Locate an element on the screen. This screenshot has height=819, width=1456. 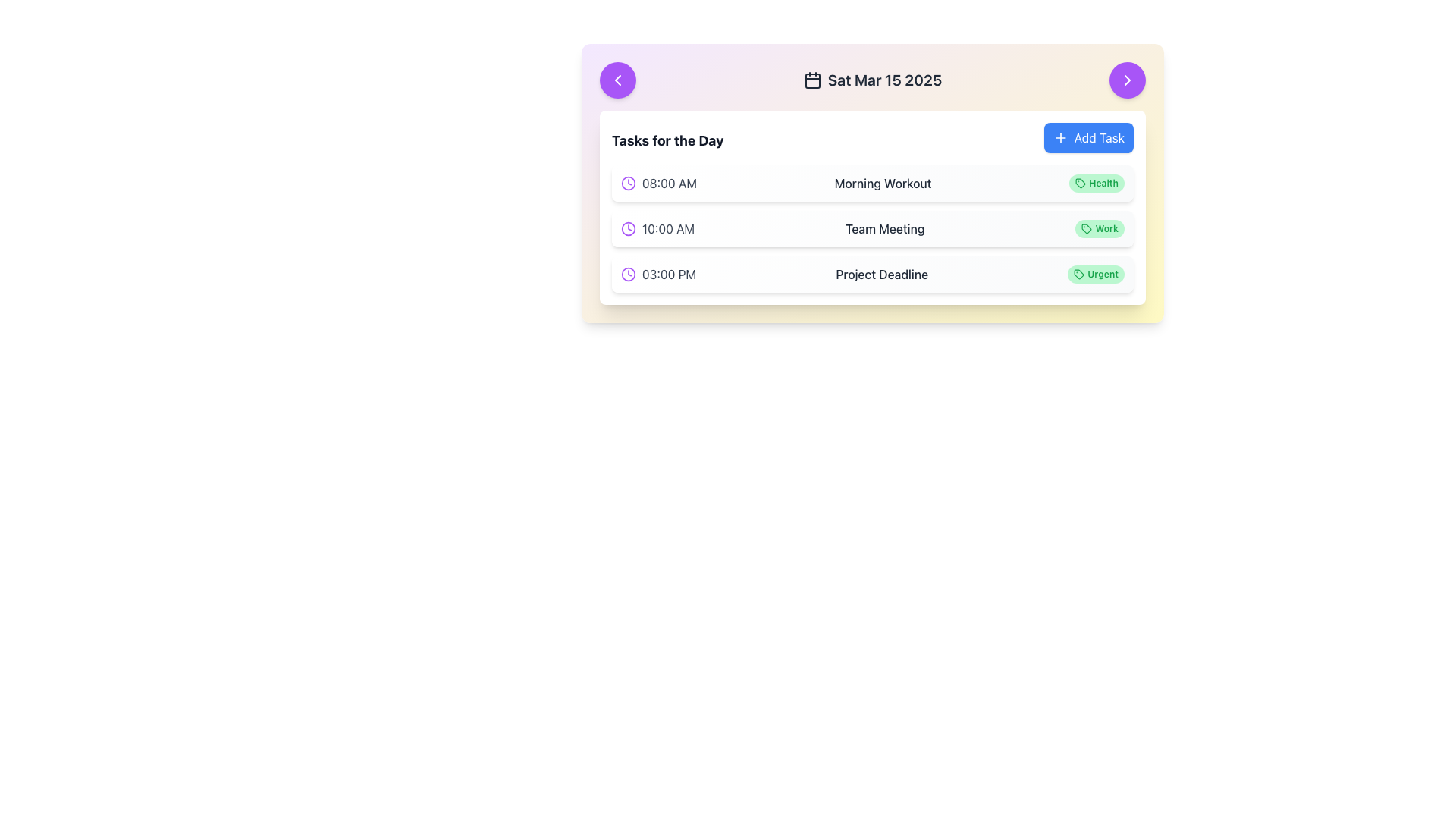
the calendar icon located to the left of the text 'Sat Mar 15 2025' in the header of the 'Tasks for the Day' panel is located at coordinates (811, 80).